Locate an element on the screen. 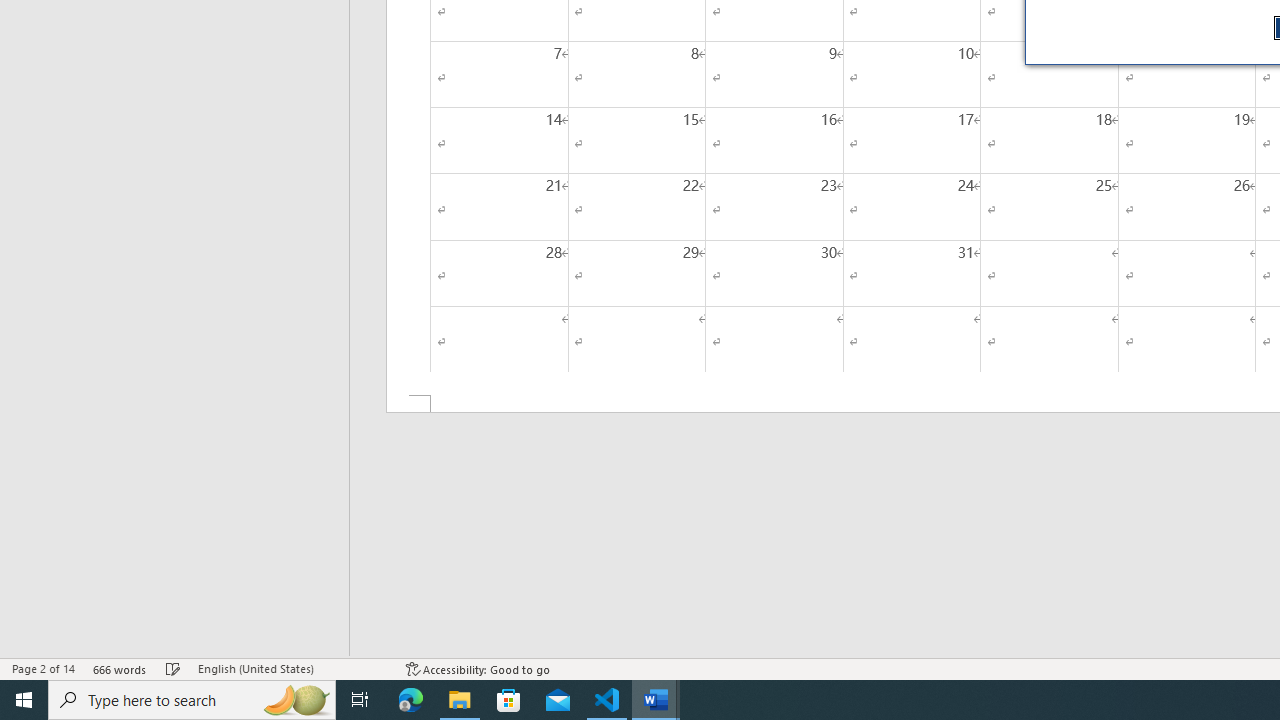 The width and height of the screenshot is (1280, 720). 'Microsoft Edge' is located at coordinates (410, 698).